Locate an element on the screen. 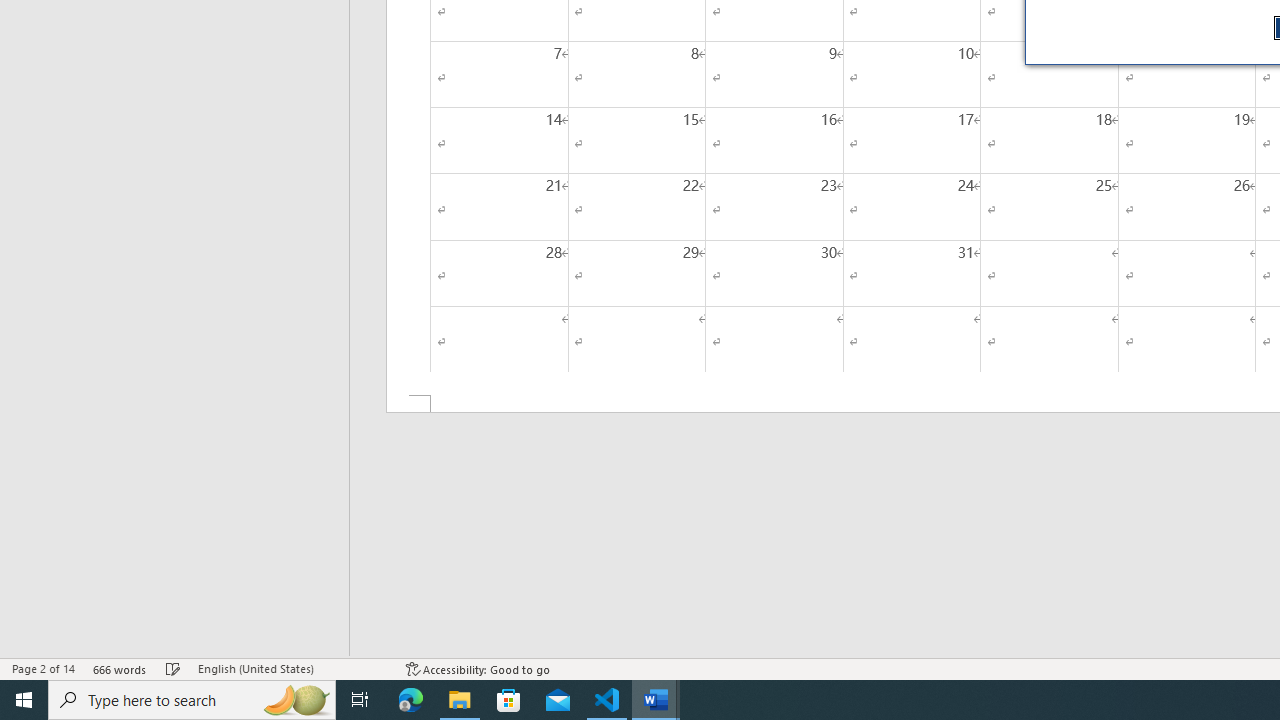 The width and height of the screenshot is (1280, 720). 'Microsoft Edge' is located at coordinates (410, 698).